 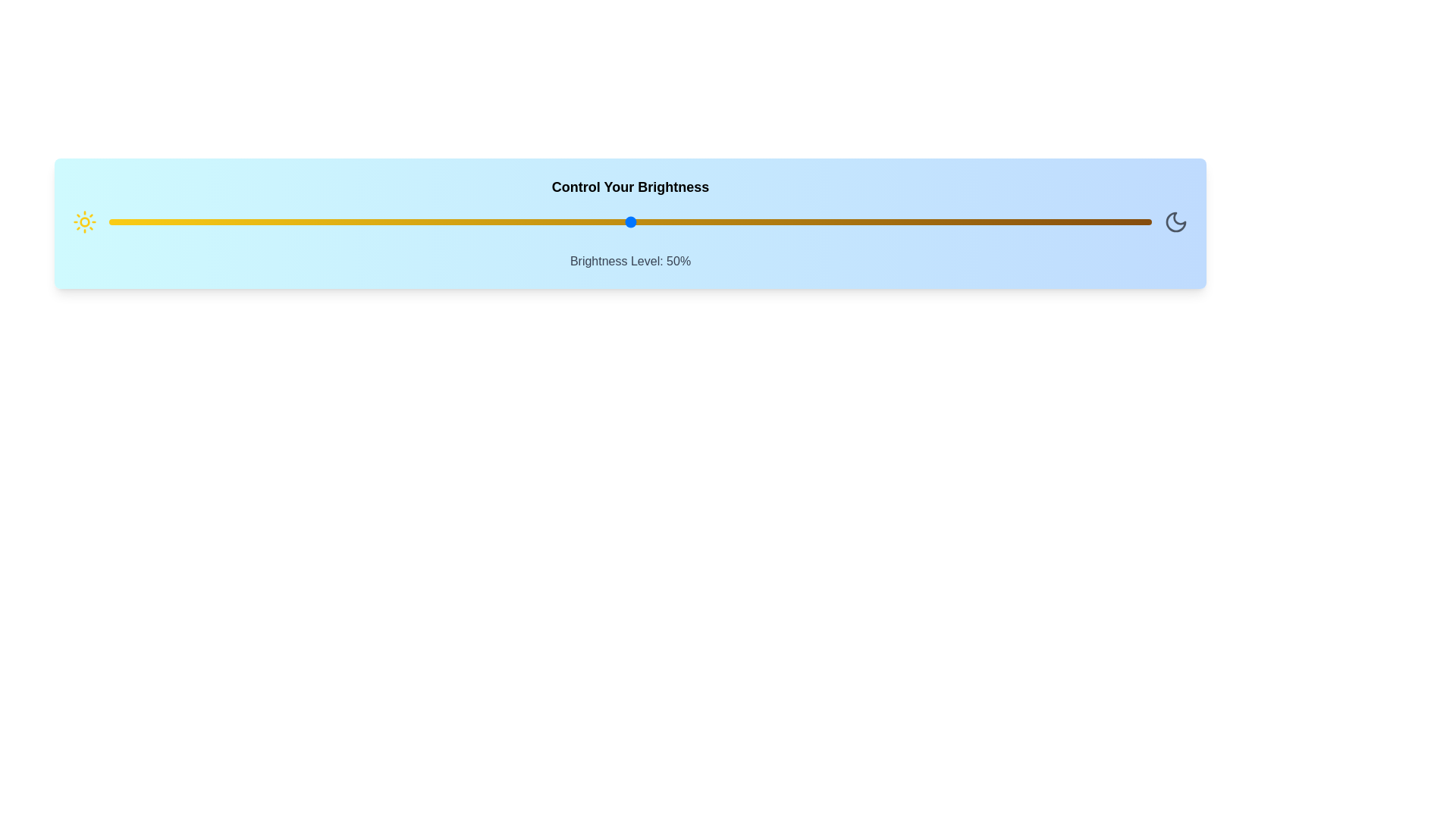 What do you see at coordinates (140, 222) in the screenshot?
I see `the brightness to 3% using the slider` at bounding box center [140, 222].